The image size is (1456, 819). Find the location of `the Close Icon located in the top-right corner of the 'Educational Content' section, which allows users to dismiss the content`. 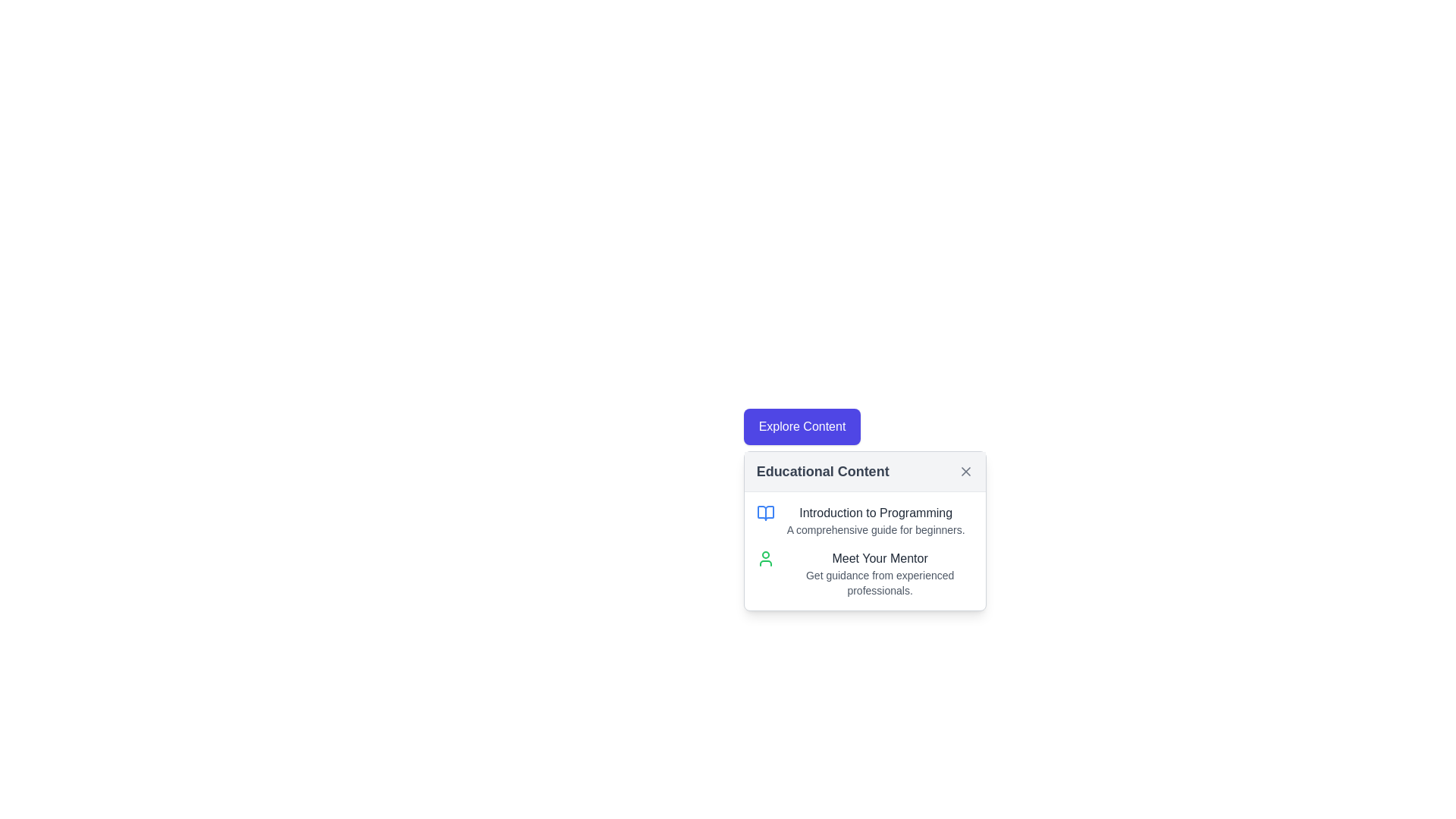

the Close Icon located in the top-right corner of the 'Educational Content' section, which allows users to dismiss the content is located at coordinates (965, 470).